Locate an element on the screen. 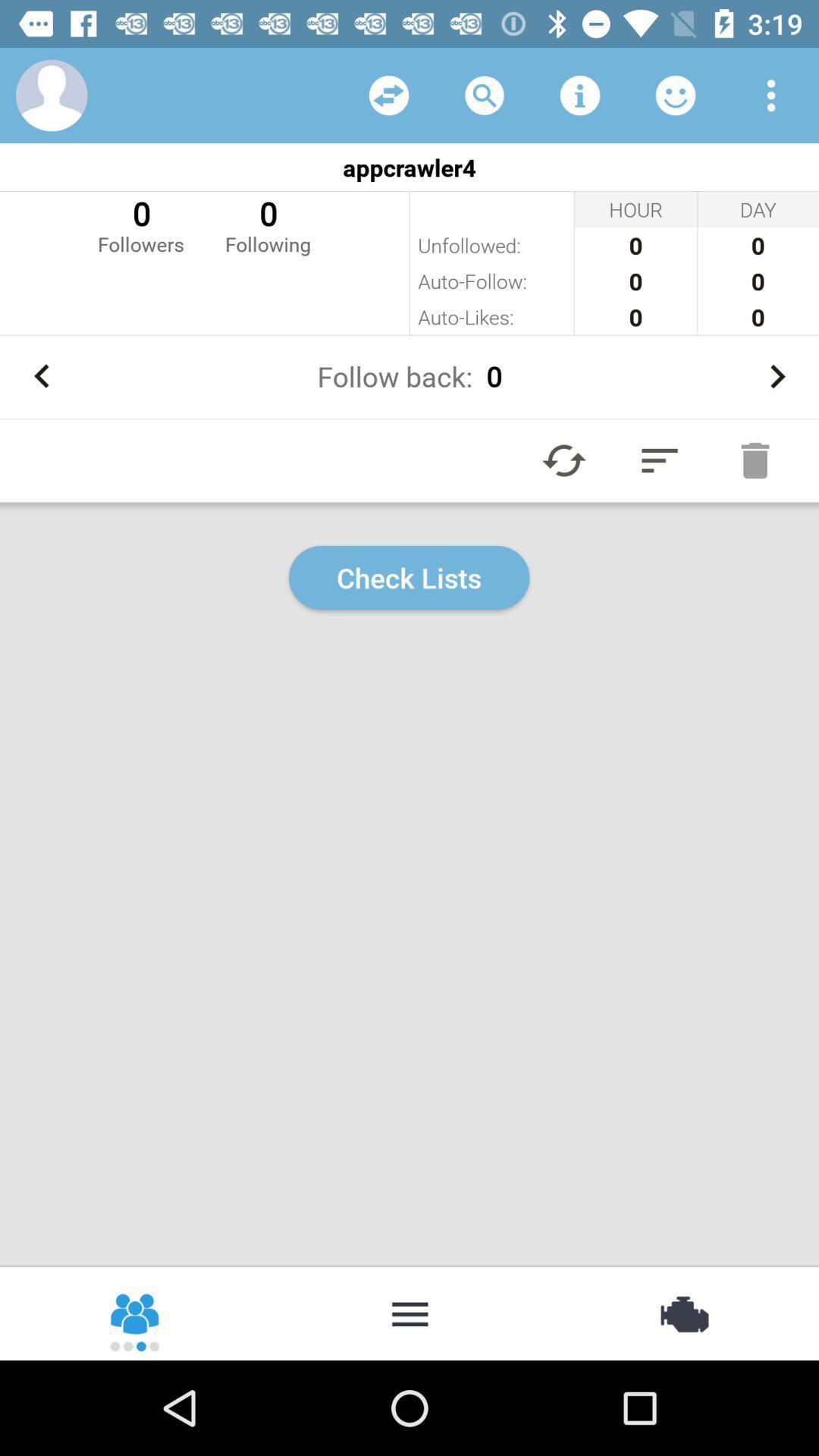 The image size is (819, 1456). profile is located at coordinates (51, 94).